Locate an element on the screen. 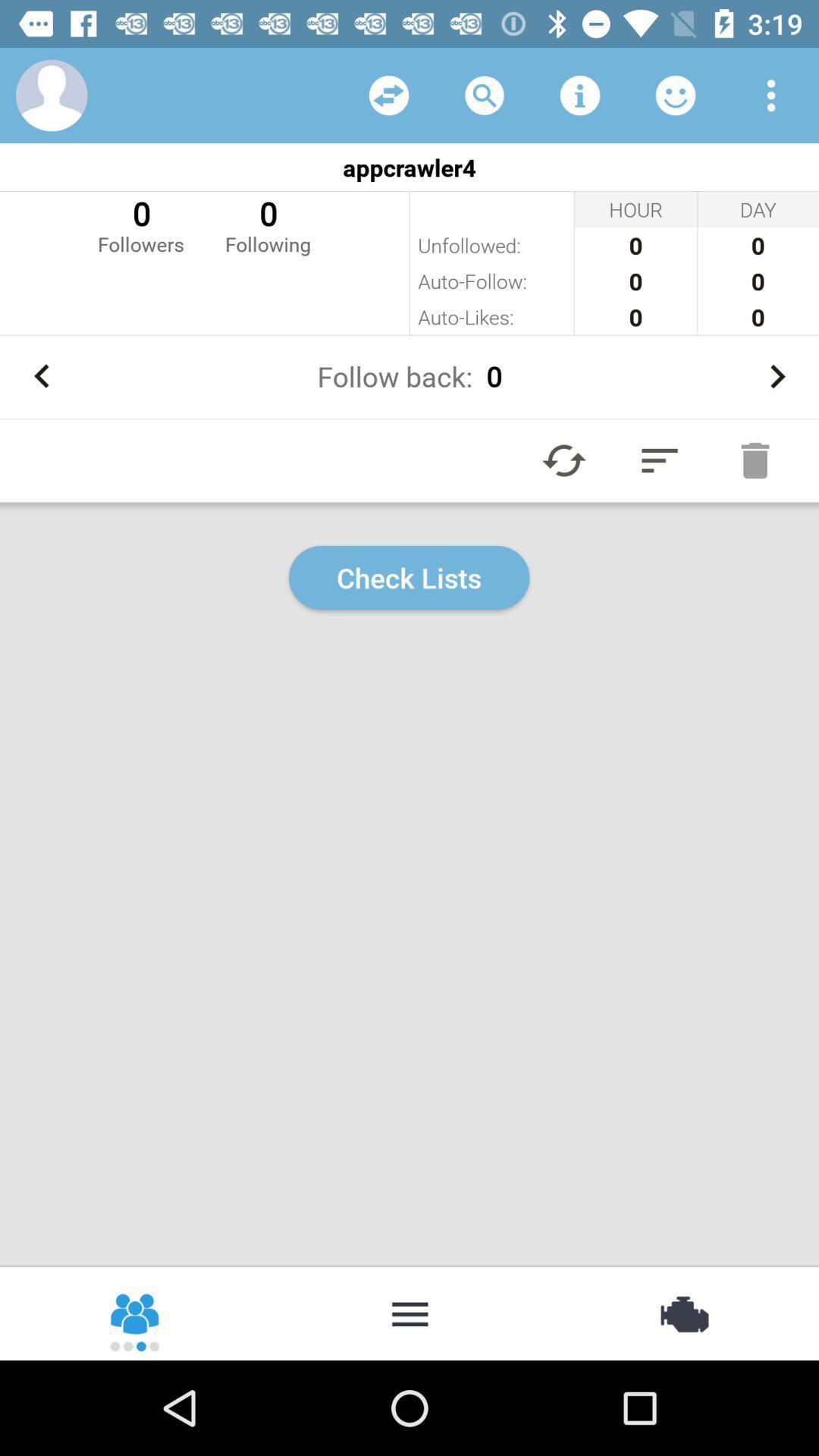 The image size is (819, 1456). profile is located at coordinates (51, 94).